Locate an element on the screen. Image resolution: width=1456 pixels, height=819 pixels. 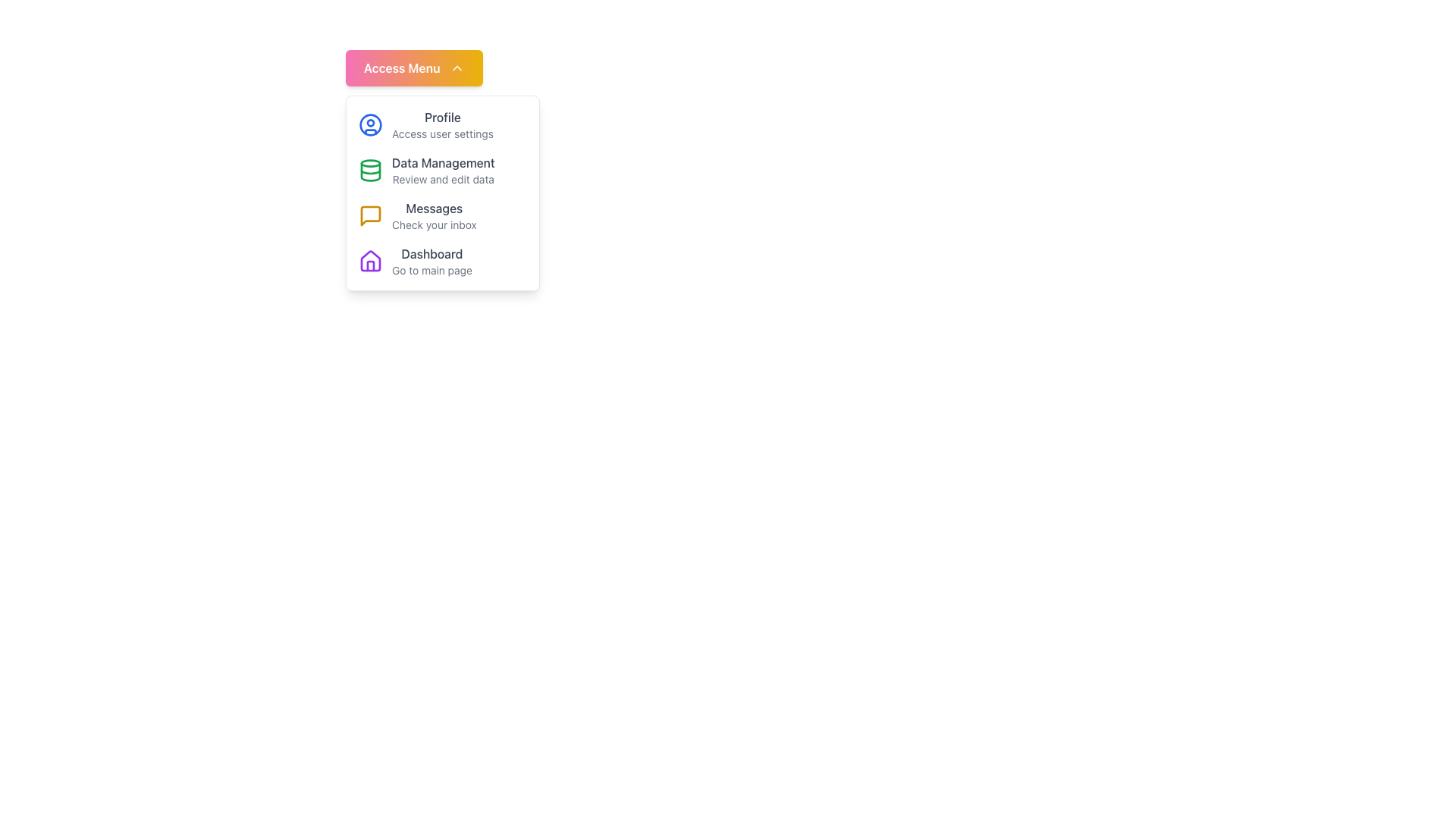
the navigational link titled 'Dashboard' with a purple house icon in the 'Access Menu' dropdown is located at coordinates (442, 260).